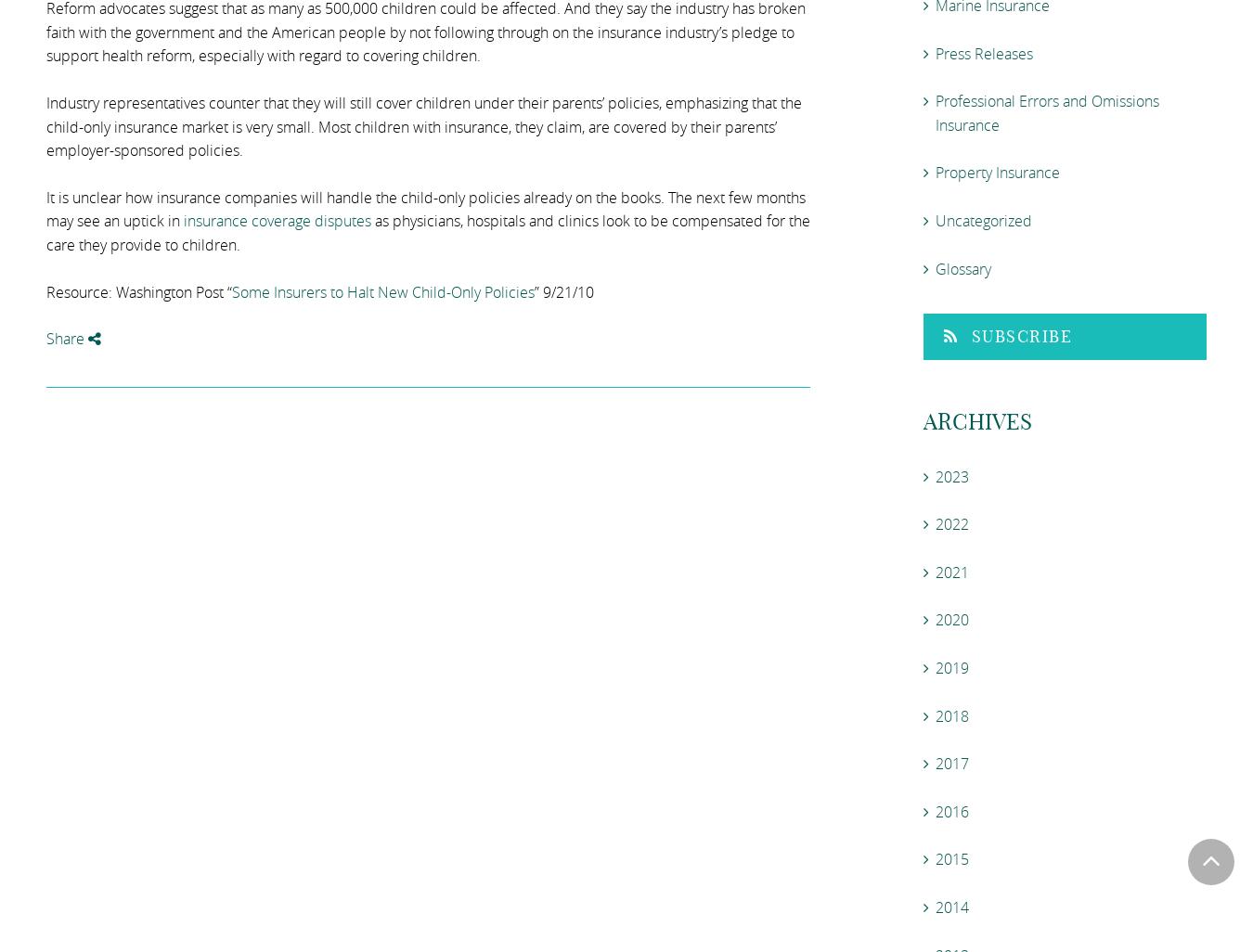 This screenshot has width=1253, height=952. Describe the element at coordinates (952, 572) in the screenshot. I see `'2021'` at that location.